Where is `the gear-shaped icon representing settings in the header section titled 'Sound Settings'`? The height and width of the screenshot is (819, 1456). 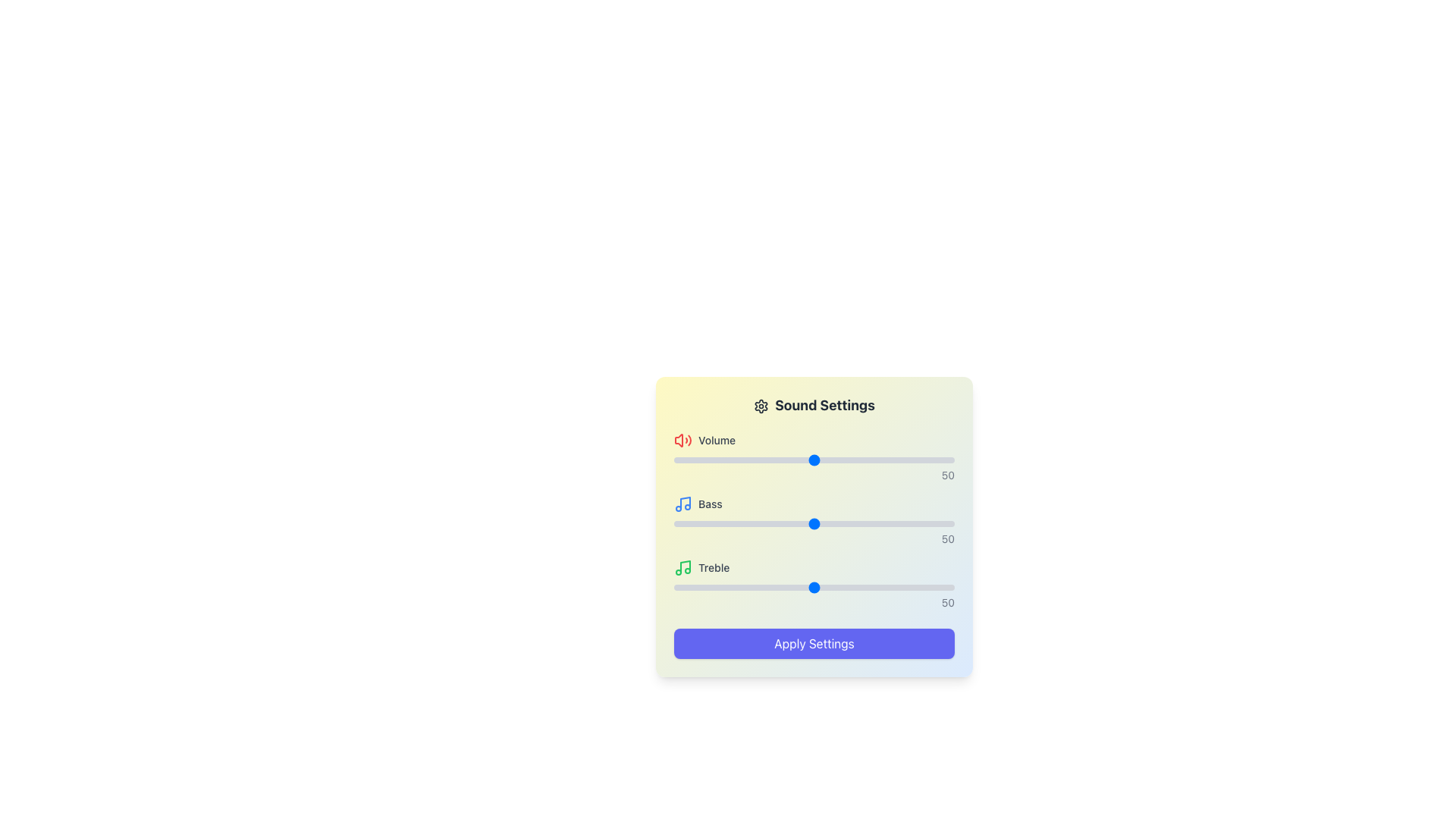 the gear-shaped icon representing settings in the header section titled 'Sound Settings' is located at coordinates (761, 406).